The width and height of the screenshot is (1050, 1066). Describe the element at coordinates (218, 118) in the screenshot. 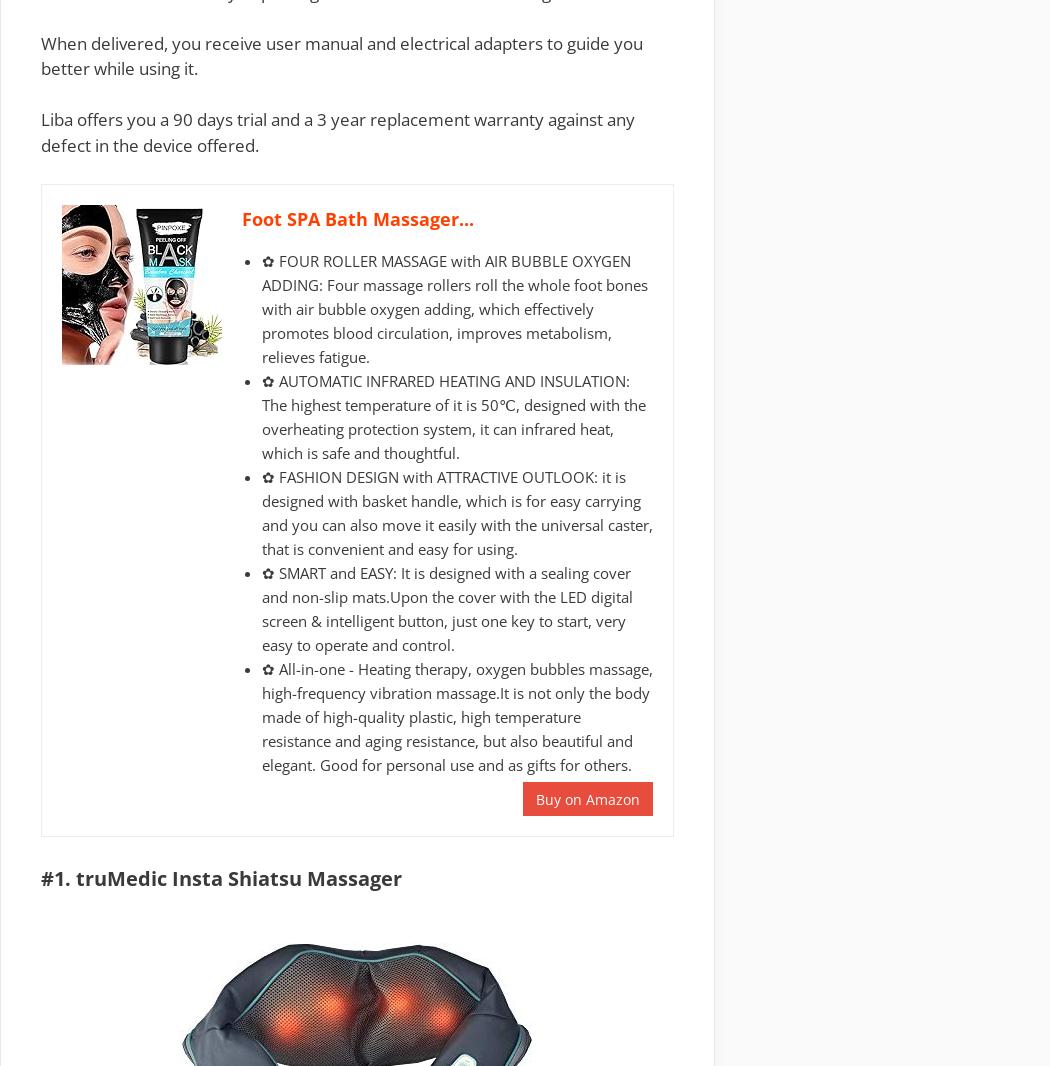

I see `'90 days trial'` at that location.